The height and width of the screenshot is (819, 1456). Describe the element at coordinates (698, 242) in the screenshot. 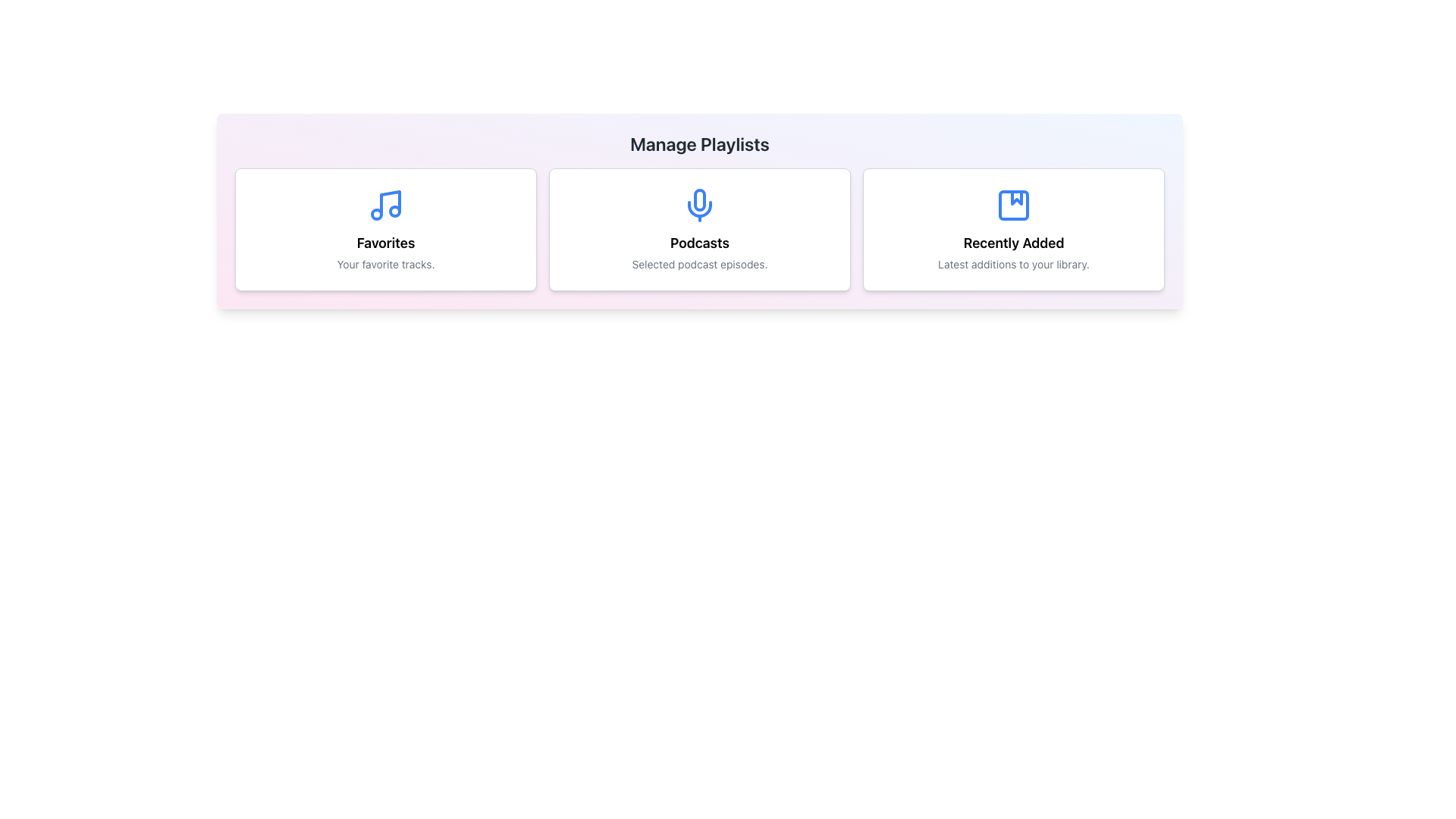

I see `text label that serves as the title for the Podcasts section, located in the central column of the interface, beneath the microphone icon` at that location.